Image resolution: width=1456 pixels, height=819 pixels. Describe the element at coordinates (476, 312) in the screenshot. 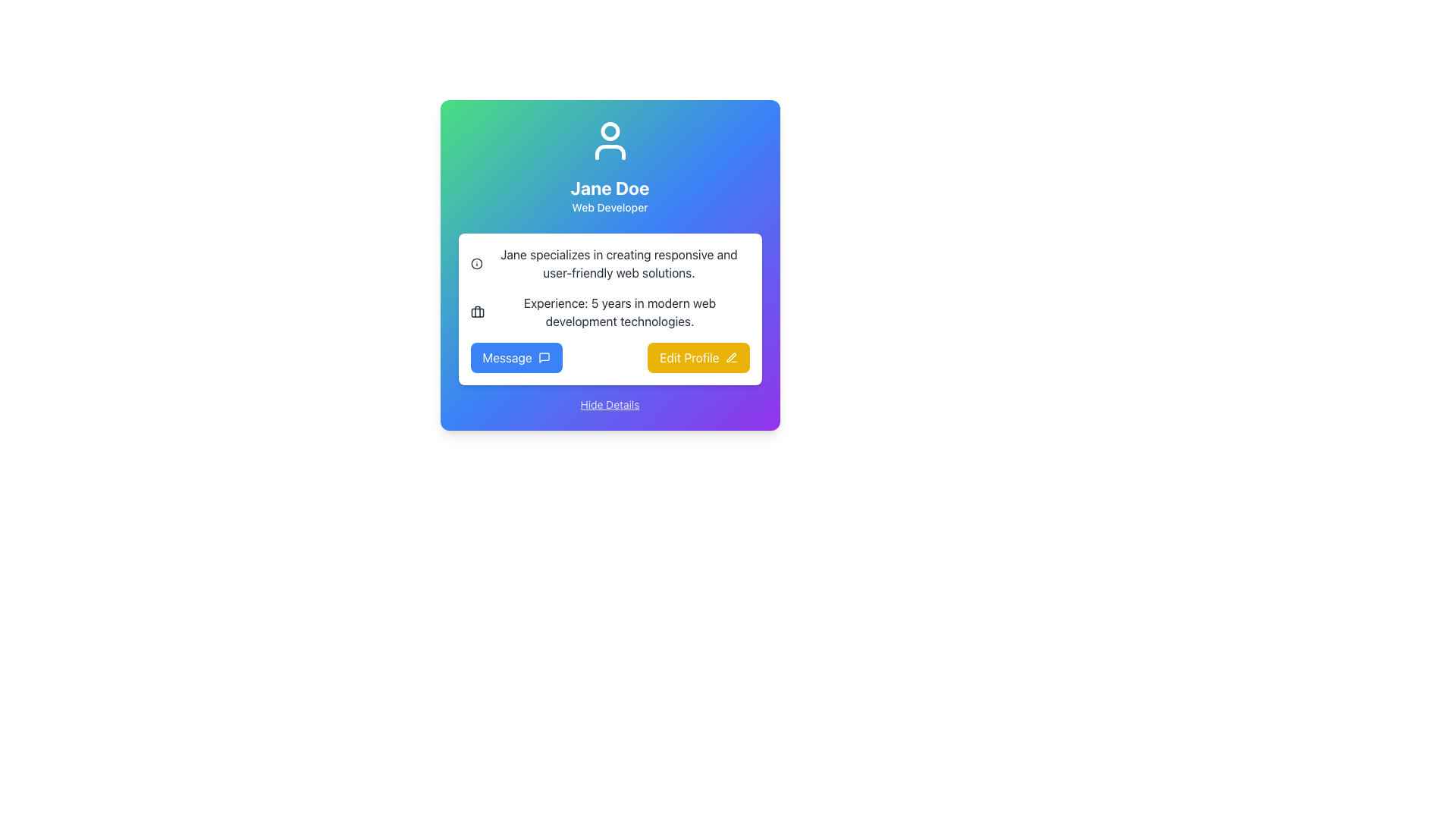

I see `the 'Experience' icon located under the heading 'Jane Doe - Web Developer', which precedes the text 'Experience: 5 years in modern web development technologies.'` at that location.